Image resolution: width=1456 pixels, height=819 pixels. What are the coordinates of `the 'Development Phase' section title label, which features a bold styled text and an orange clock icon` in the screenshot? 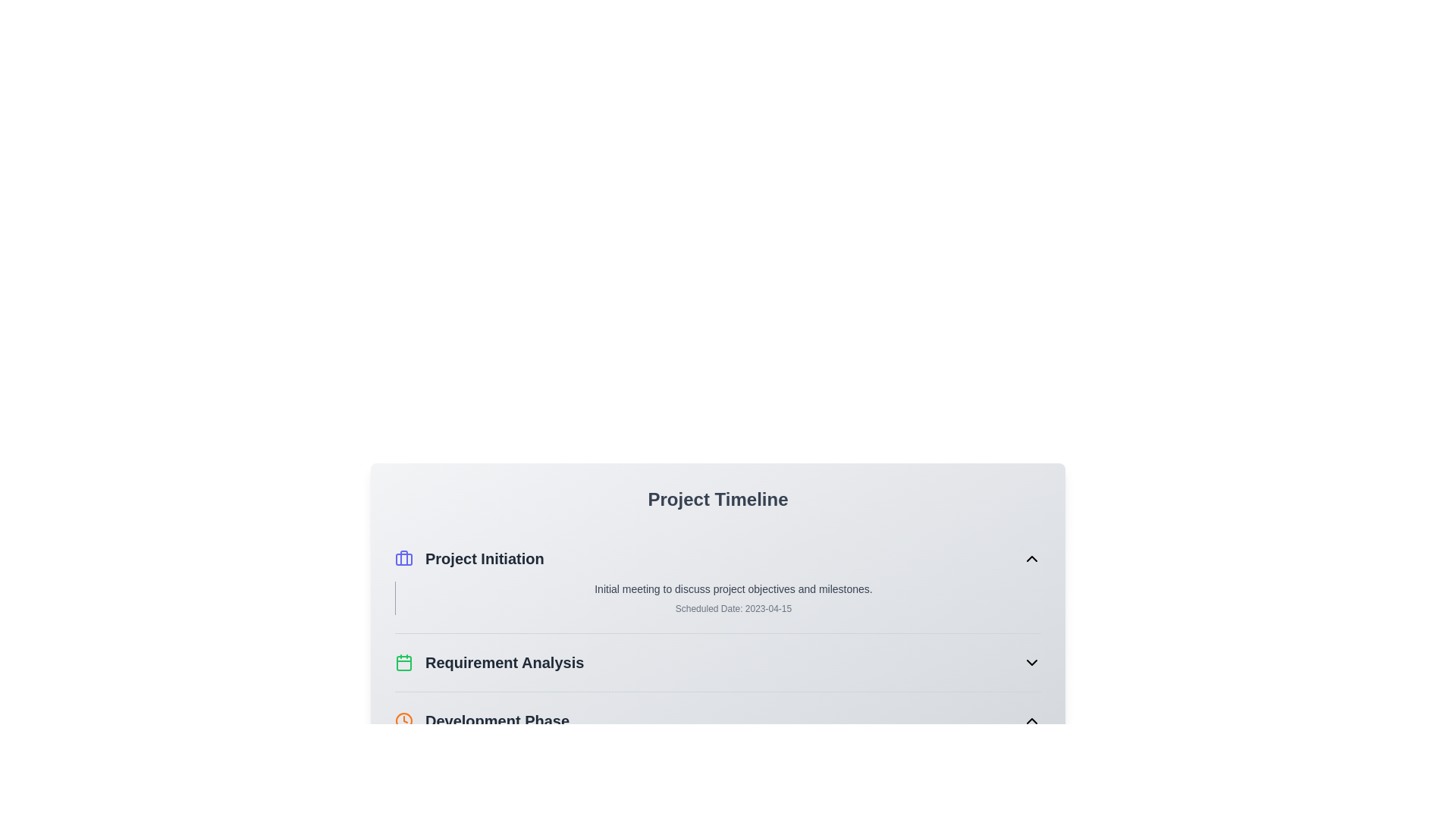 It's located at (482, 720).